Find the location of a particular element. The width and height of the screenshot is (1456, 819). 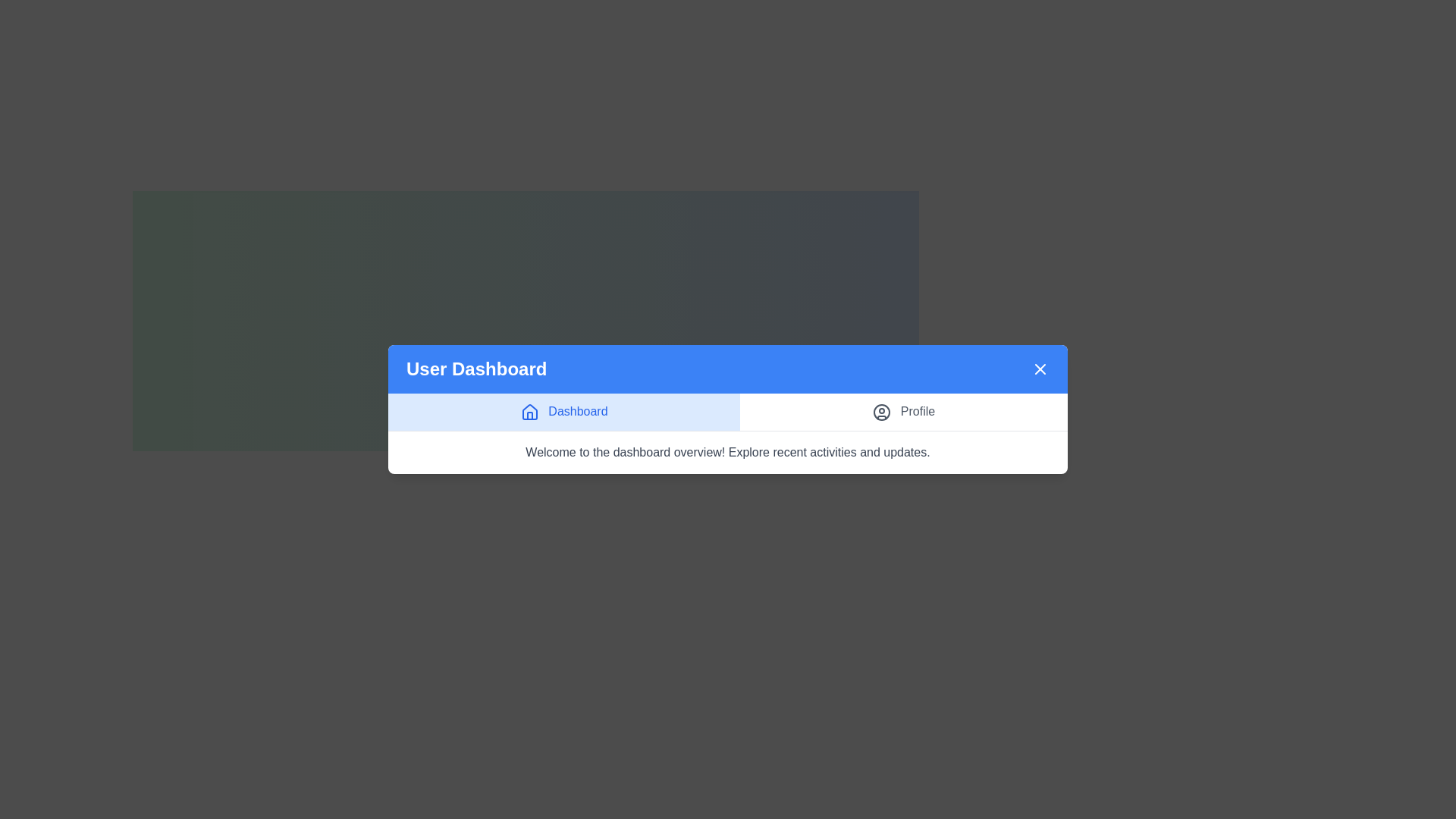

the Tab Button located in the tab-like menu at the top of the interface, which directs the user to the dashboard view when clicked is located at coordinates (563, 412).